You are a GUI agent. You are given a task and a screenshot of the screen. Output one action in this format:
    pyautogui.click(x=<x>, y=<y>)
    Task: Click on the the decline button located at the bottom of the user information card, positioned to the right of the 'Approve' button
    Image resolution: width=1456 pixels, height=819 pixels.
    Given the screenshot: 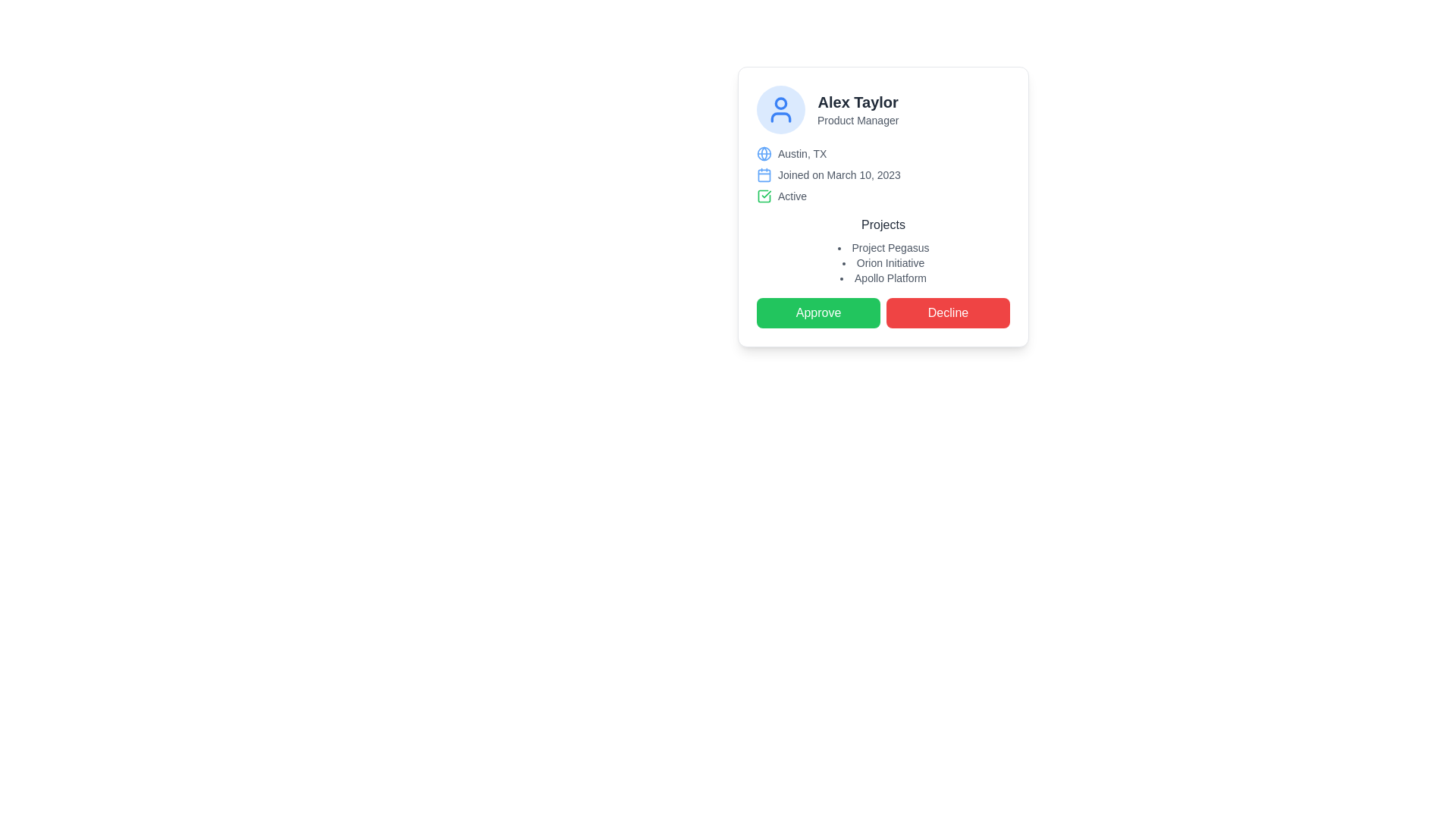 What is the action you would take?
    pyautogui.click(x=947, y=312)
    